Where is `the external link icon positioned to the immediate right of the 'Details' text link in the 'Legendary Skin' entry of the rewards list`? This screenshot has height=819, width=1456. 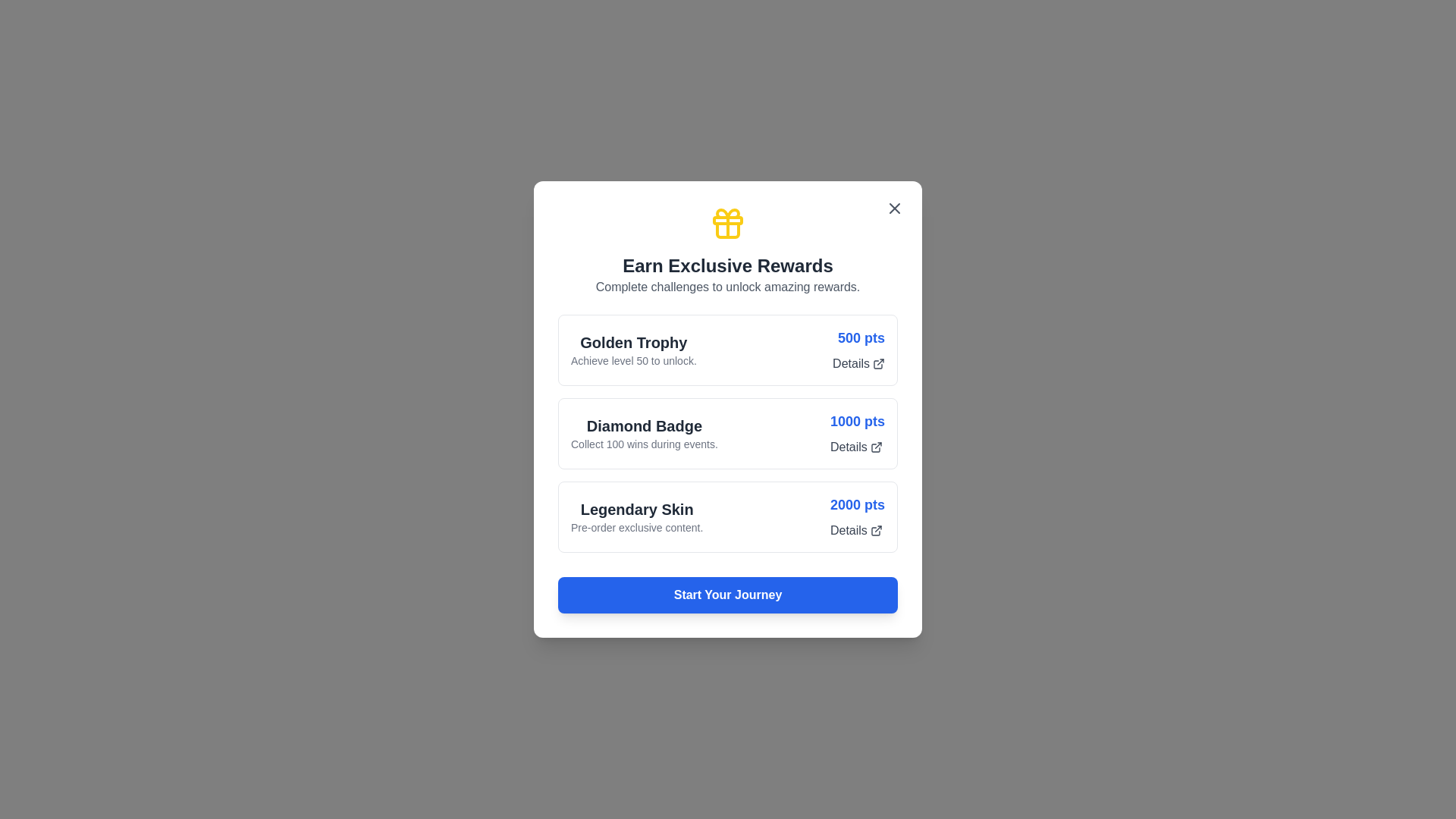
the external link icon positioned to the immediate right of the 'Details' text link in the 'Legendary Skin' entry of the rewards list is located at coordinates (876, 529).